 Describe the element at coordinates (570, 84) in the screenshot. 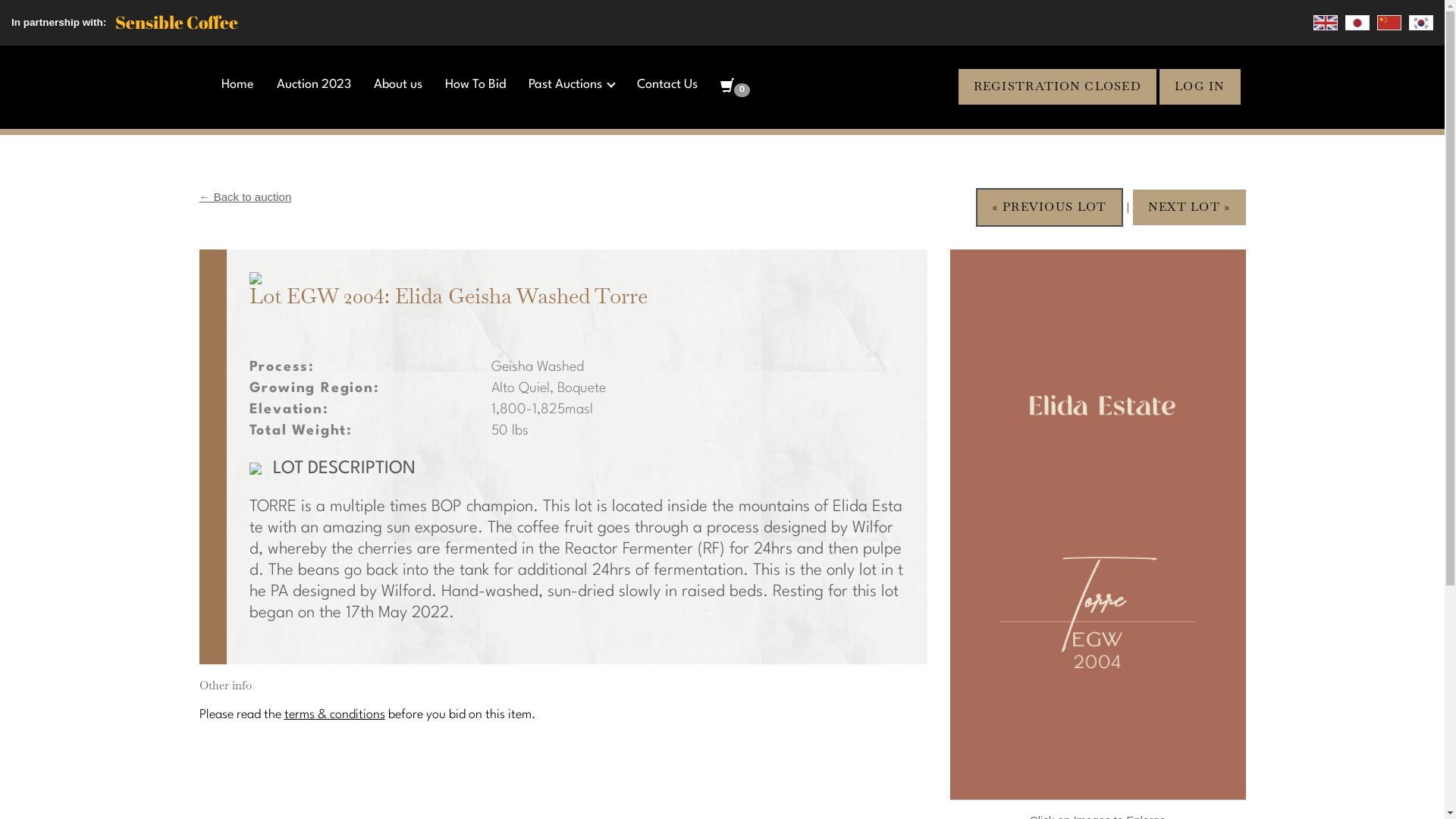

I see `'Past Auctions'` at that location.